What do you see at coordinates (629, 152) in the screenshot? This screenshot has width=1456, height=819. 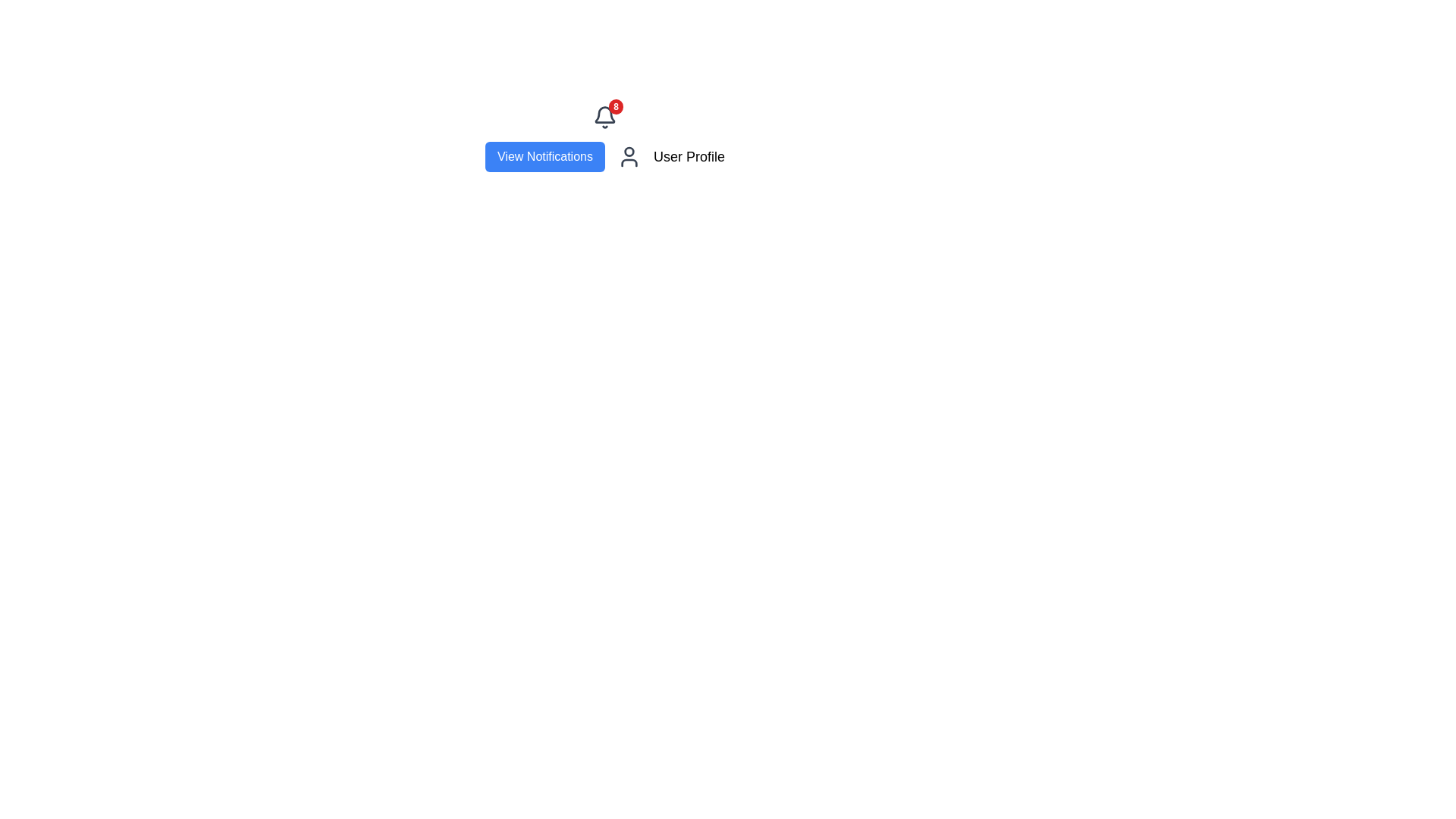 I see `the small red-filled circular shape located at the head portion of the user profile icon, which is part of user-related actions` at bounding box center [629, 152].